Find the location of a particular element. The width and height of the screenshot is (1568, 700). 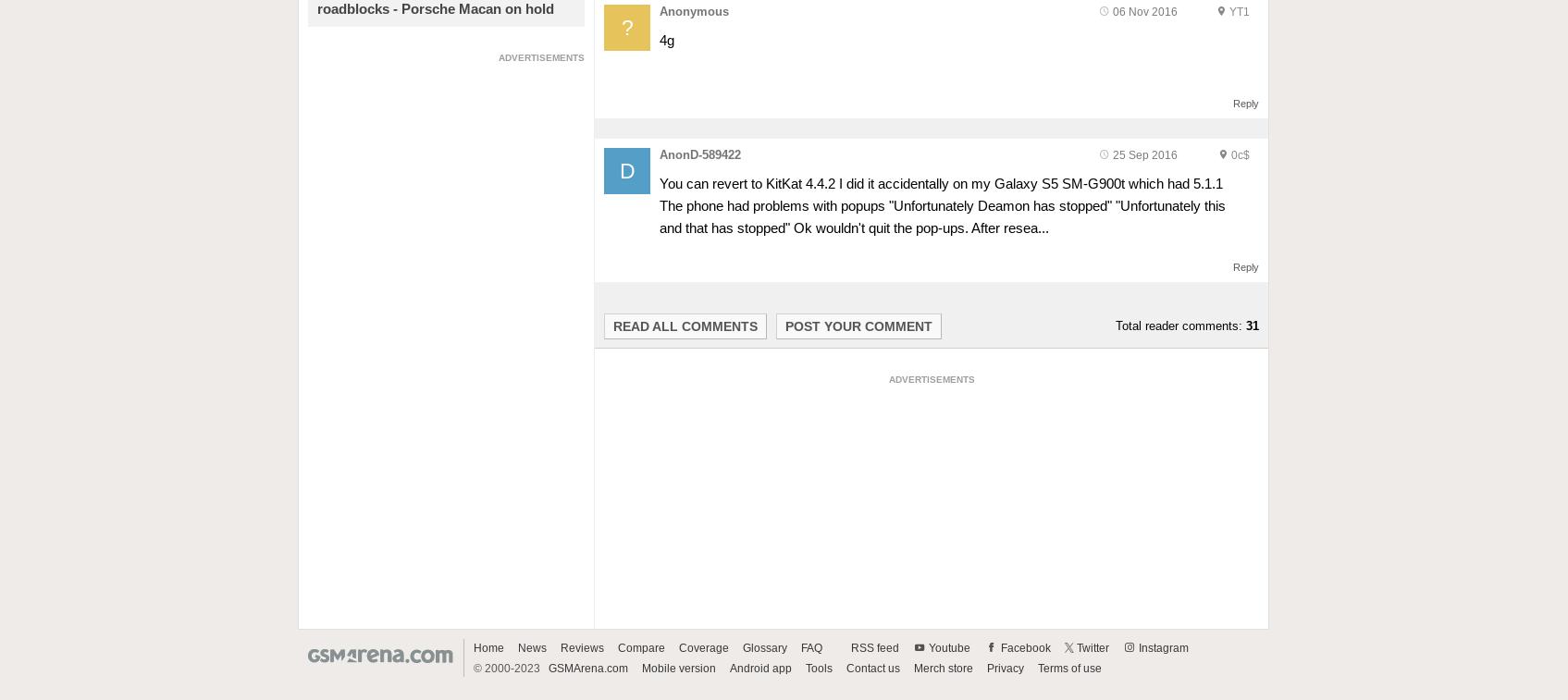

'FAQ' is located at coordinates (810, 646).